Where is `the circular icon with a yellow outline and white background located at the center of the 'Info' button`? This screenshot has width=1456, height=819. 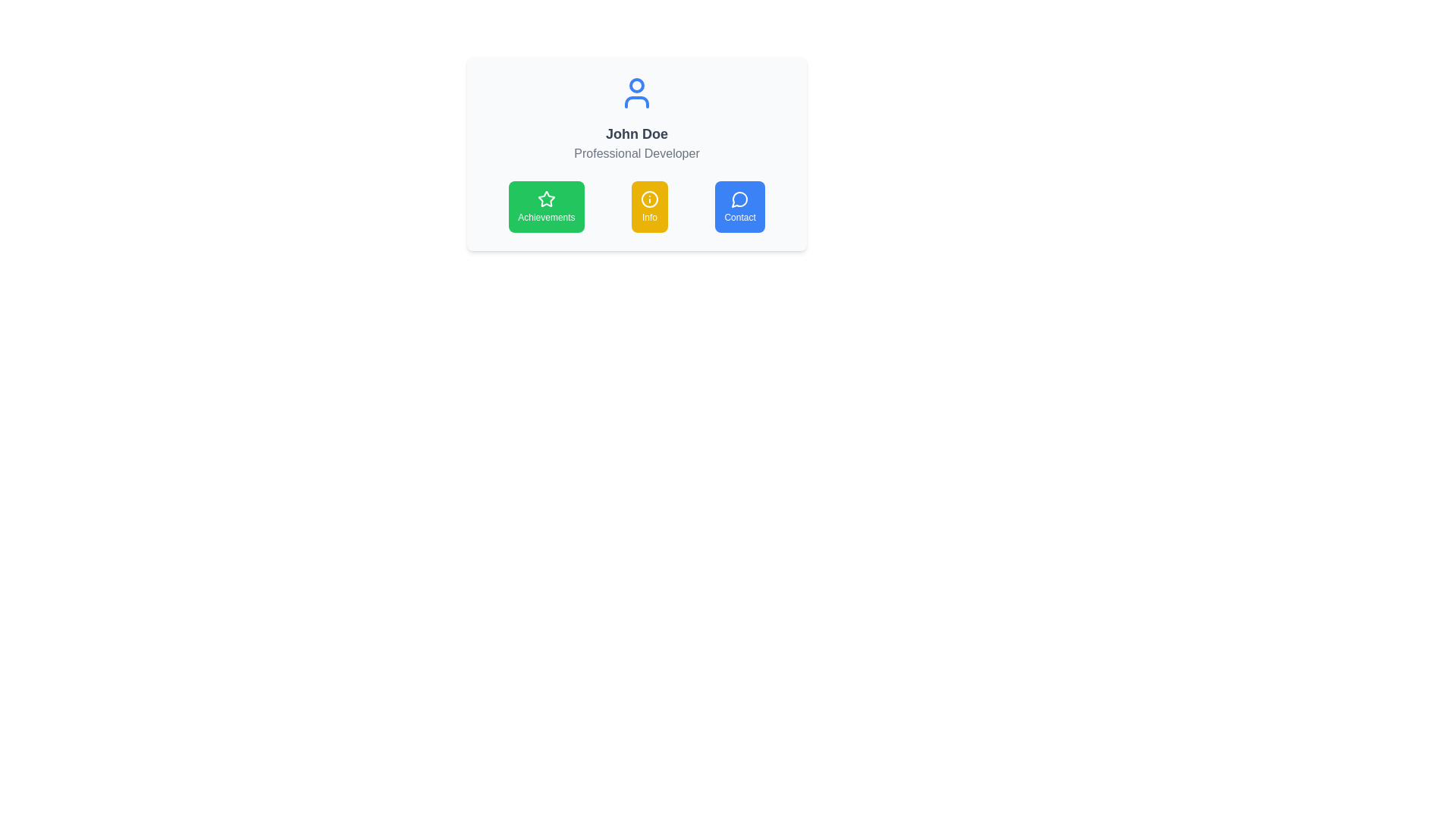
the circular icon with a yellow outline and white background located at the center of the 'Info' button is located at coordinates (650, 198).